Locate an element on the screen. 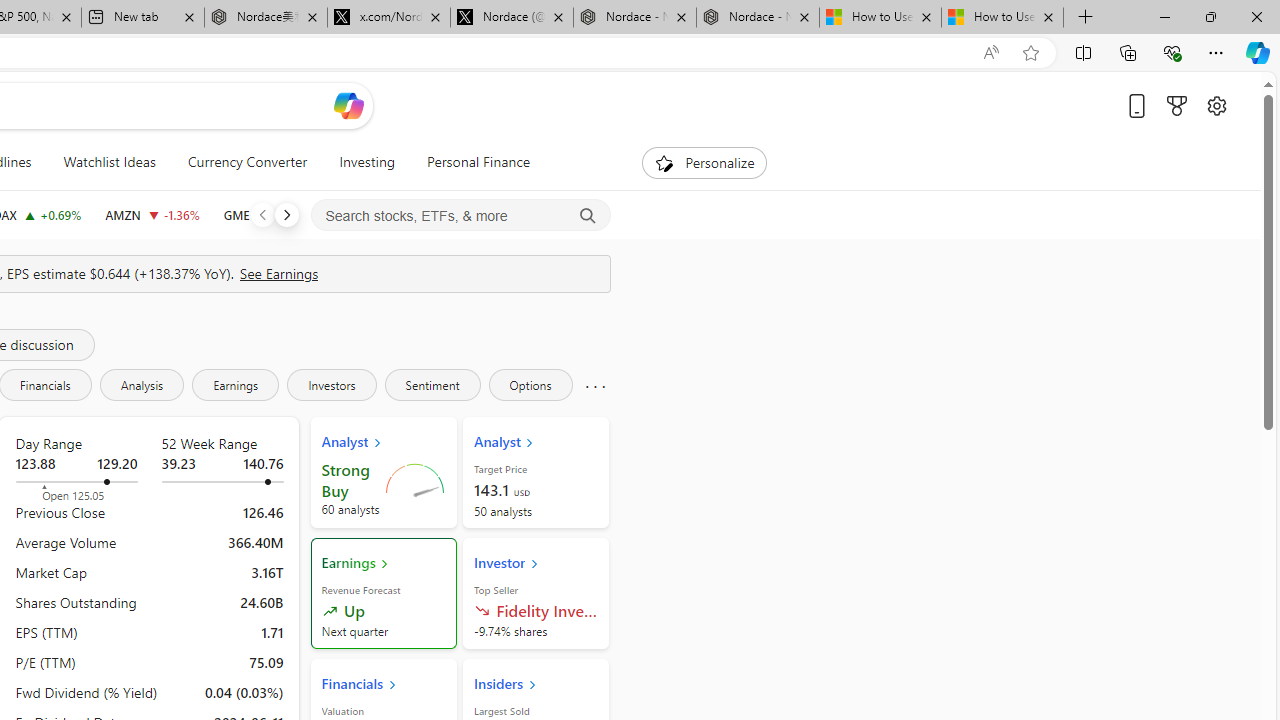 The image size is (1280, 720). 'Investors' is located at coordinates (332, 384).